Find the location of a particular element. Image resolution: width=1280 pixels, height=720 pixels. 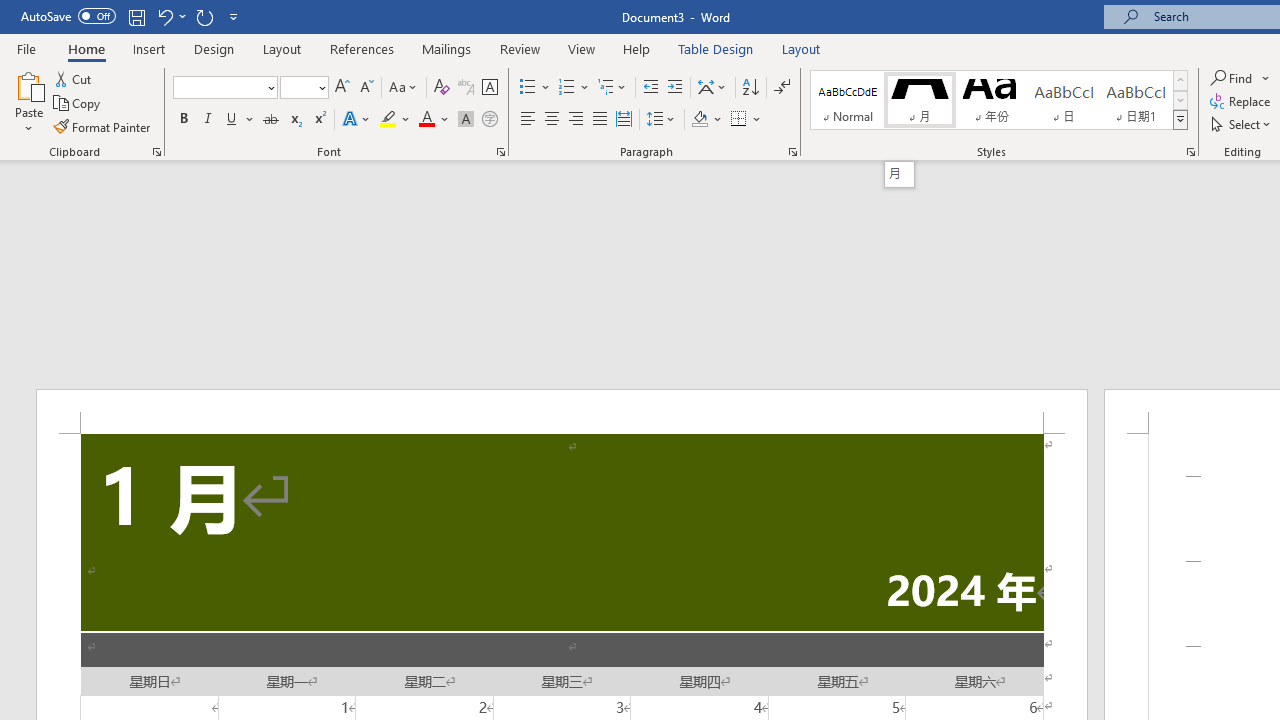

'Character Border' is located at coordinates (489, 86).